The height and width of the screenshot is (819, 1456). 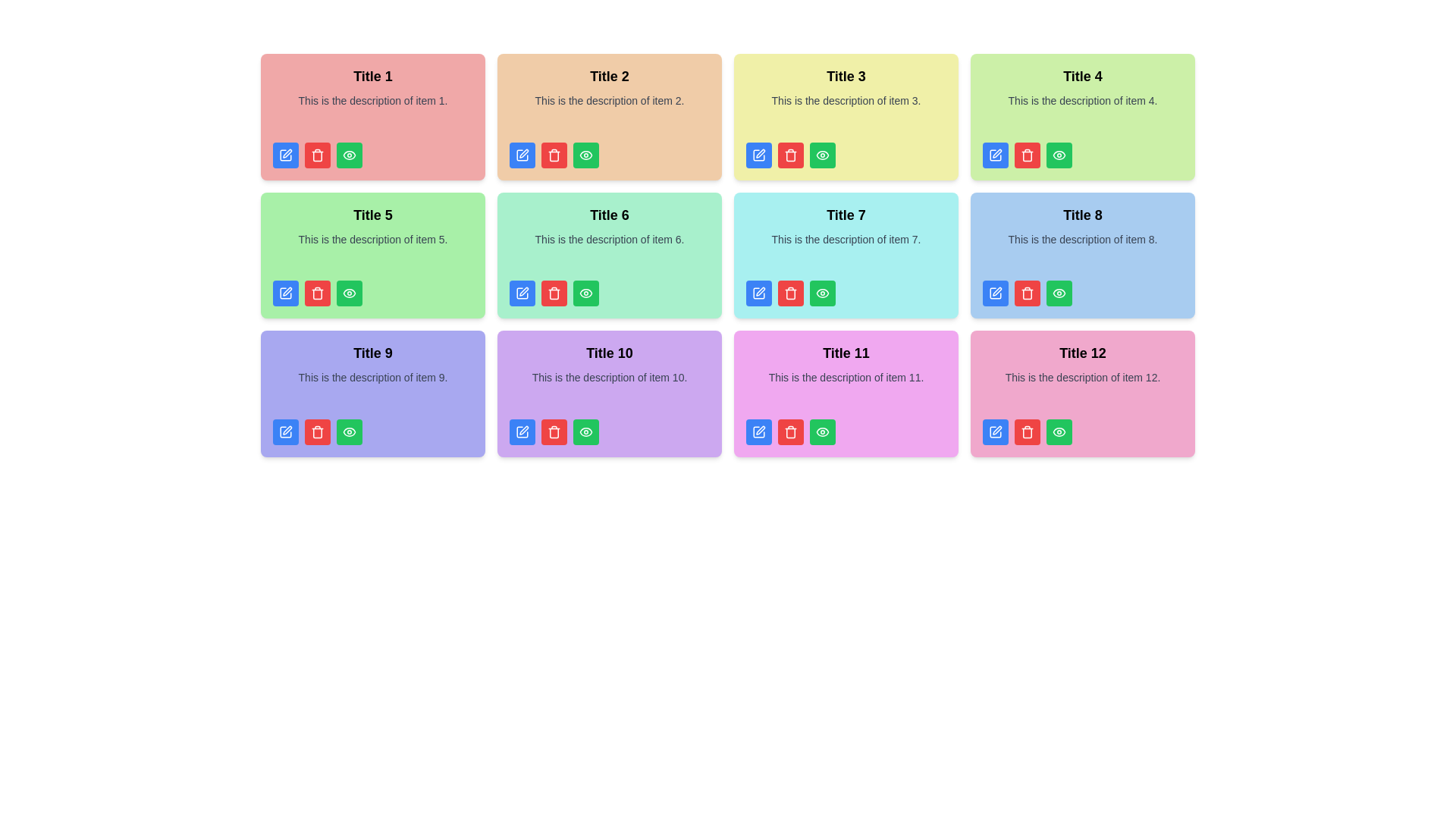 I want to click on the delete button located in the bottom-left corner of the item card titled 'Title 5', which is the middle button between the blue edit button and the green view button, so click(x=316, y=293).